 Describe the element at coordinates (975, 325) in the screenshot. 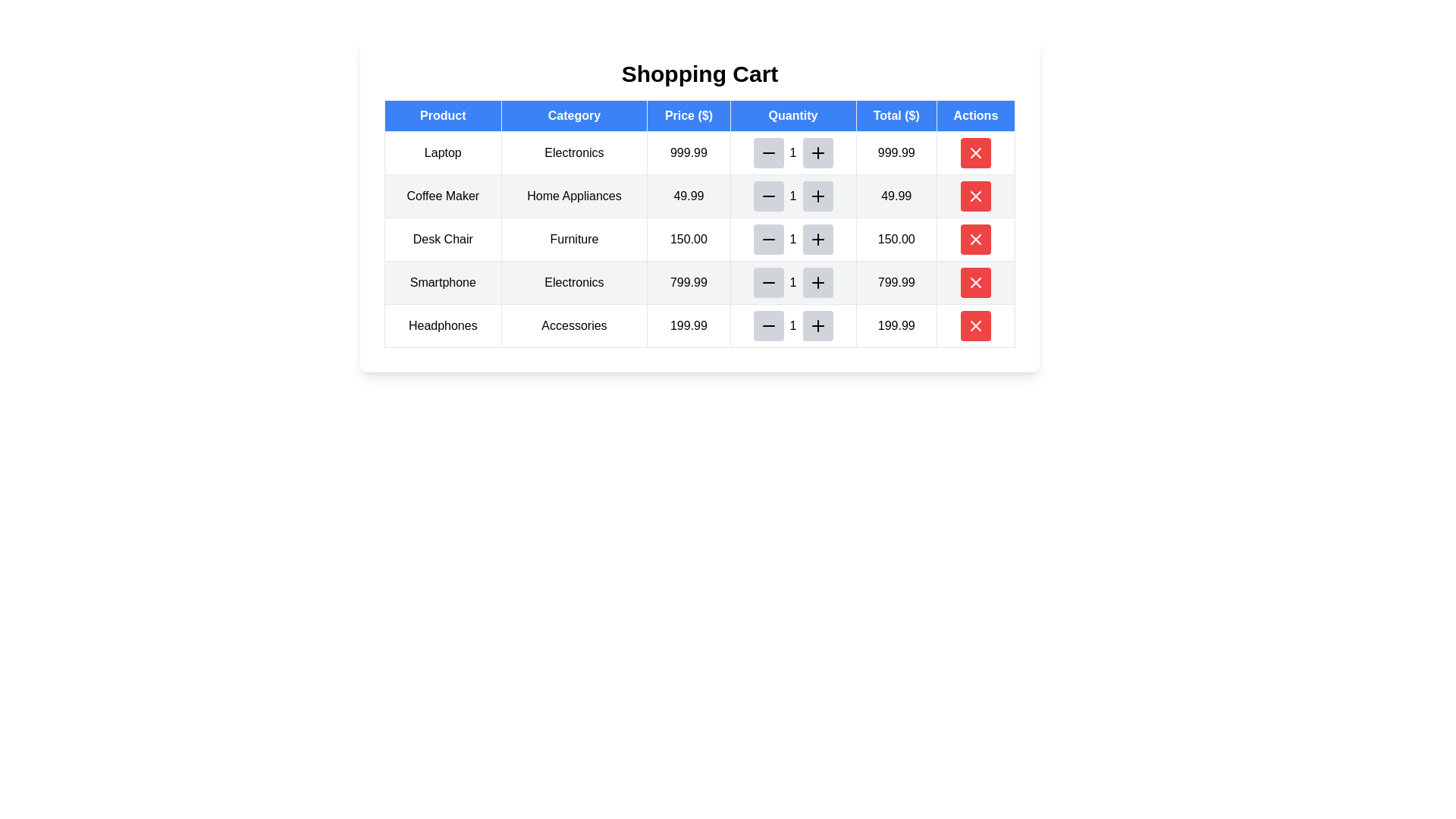

I see `the button used to remove the 'Headphones' item from the shopping cart` at that location.